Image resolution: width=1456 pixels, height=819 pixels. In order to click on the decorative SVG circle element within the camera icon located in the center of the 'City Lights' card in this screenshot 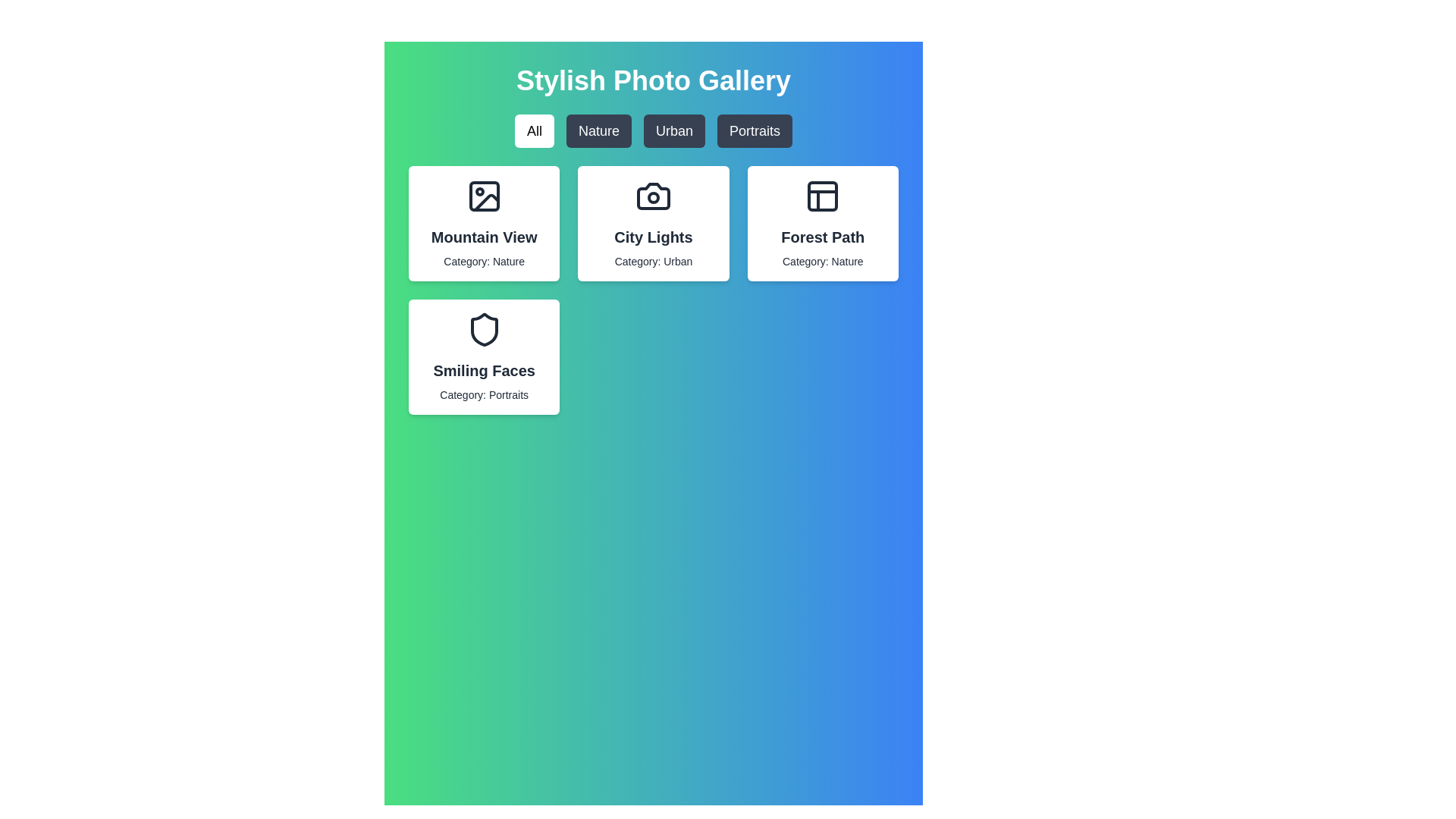, I will do `click(653, 197)`.